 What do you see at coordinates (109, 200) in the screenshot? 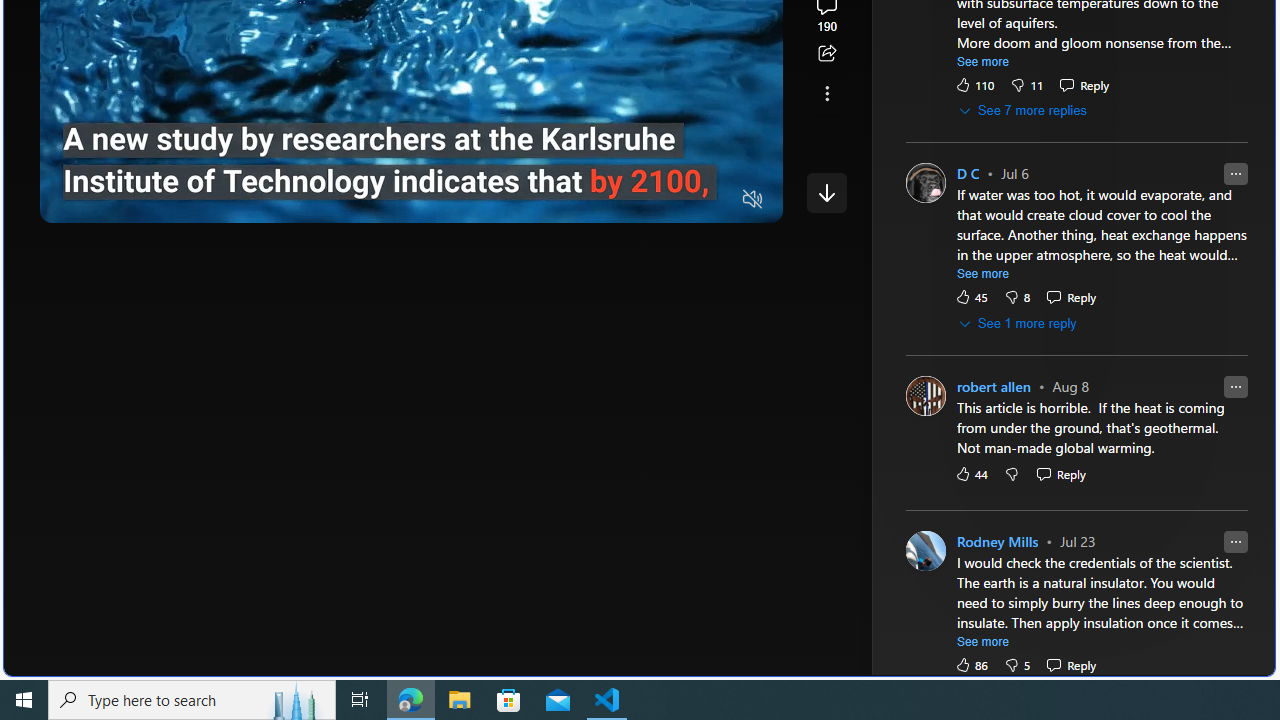
I see `'Seek Back'` at bounding box center [109, 200].